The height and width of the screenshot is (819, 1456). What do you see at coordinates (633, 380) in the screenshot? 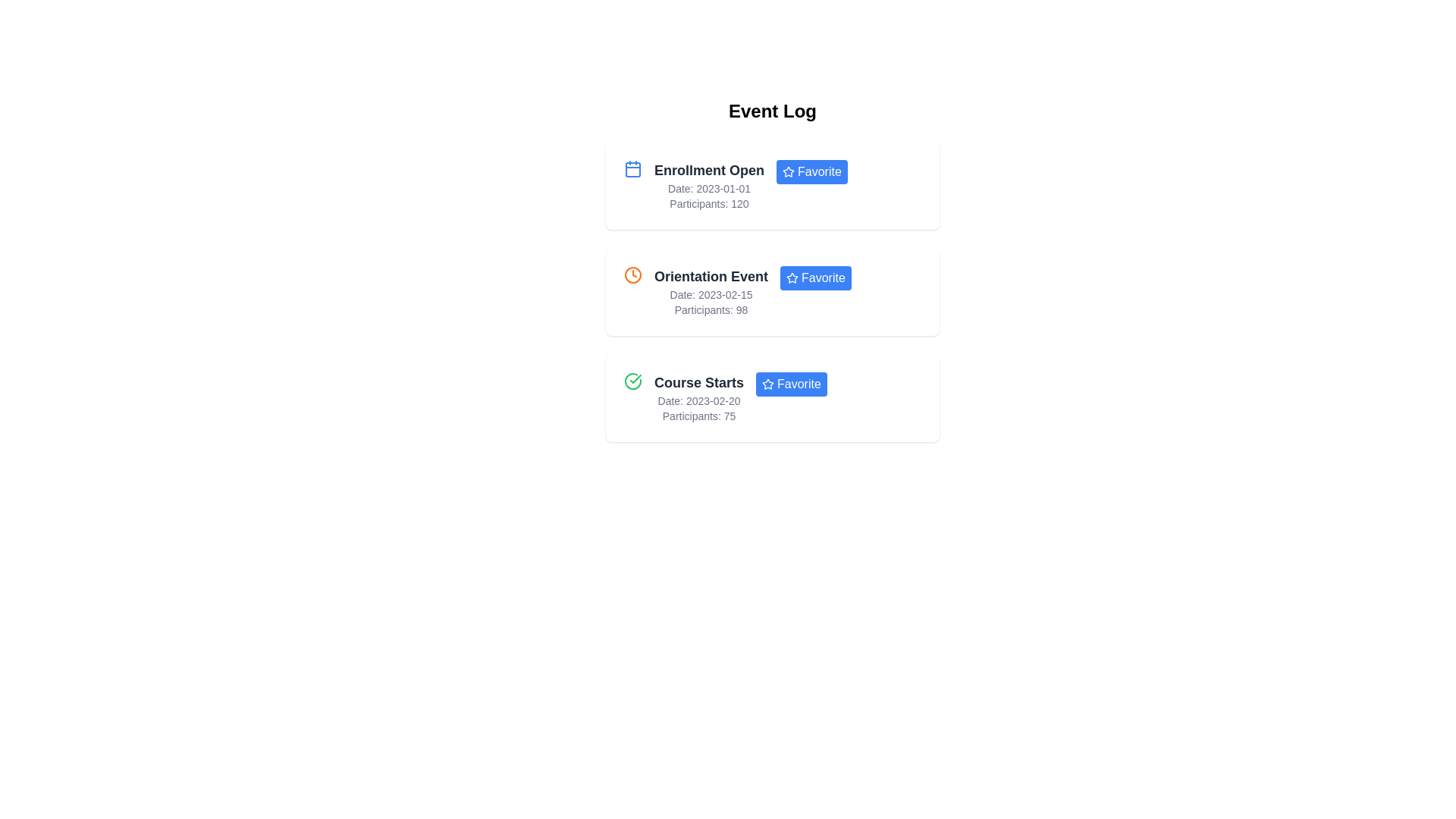
I see `the circular green checkmark icon representing completed status, located to the left of the 'Course Starts' header in the third list item of the event log` at bounding box center [633, 380].